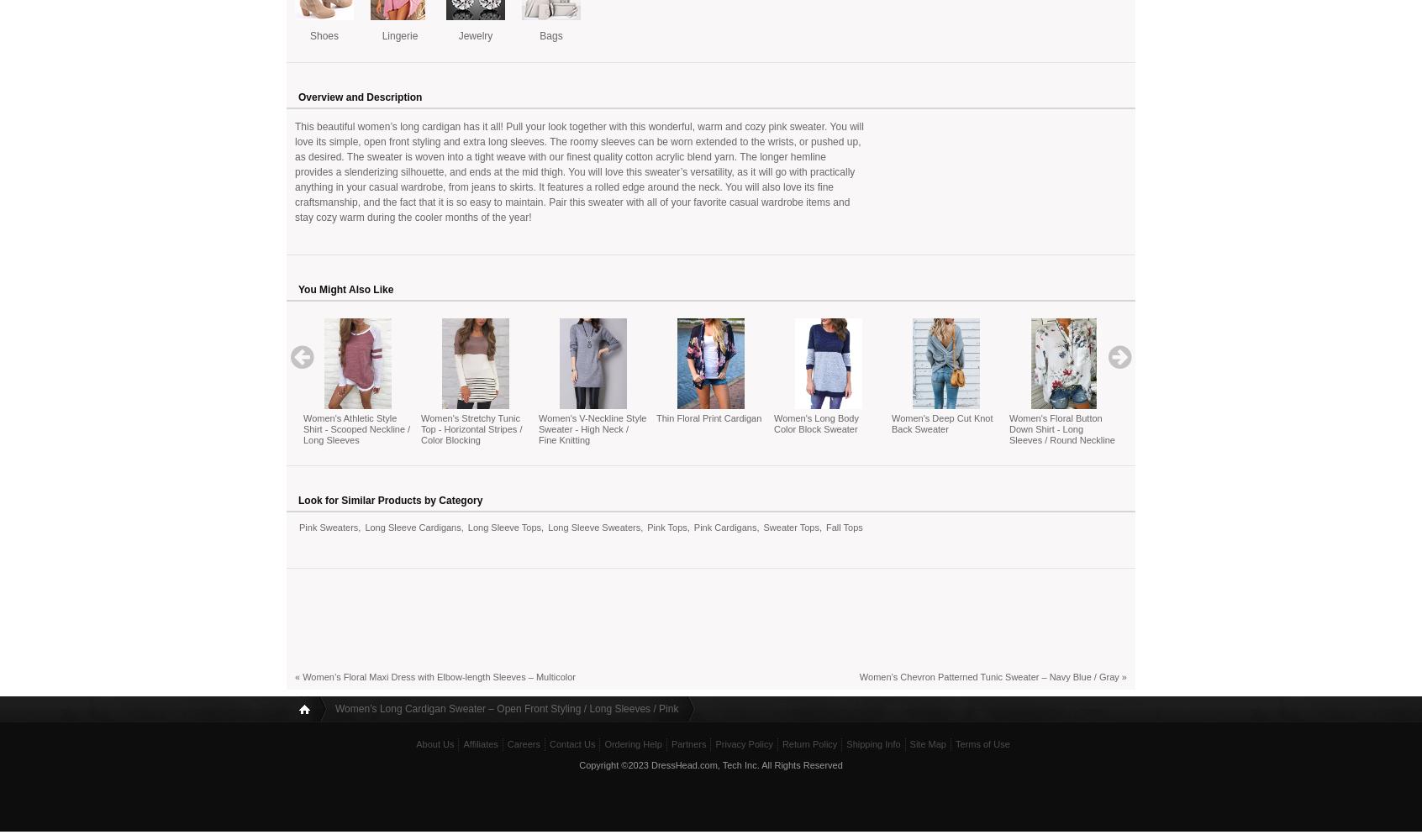 The width and height of the screenshot is (1422, 840). What do you see at coordinates (927, 744) in the screenshot?
I see `'Site Map'` at bounding box center [927, 744].